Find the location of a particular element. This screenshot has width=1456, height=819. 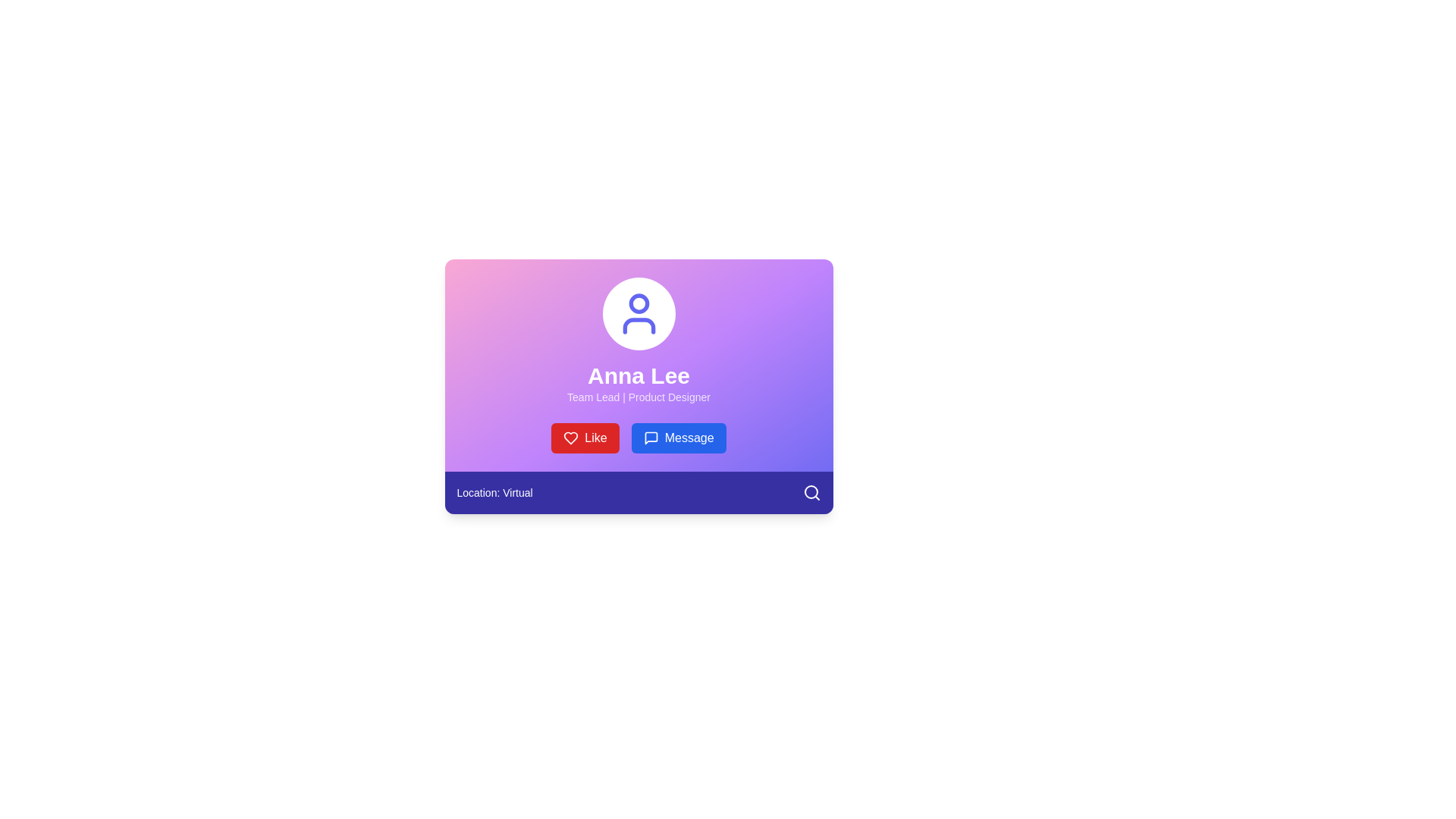

the heart icon, which represents the 'Like' action is located at coordinates (570, 438).